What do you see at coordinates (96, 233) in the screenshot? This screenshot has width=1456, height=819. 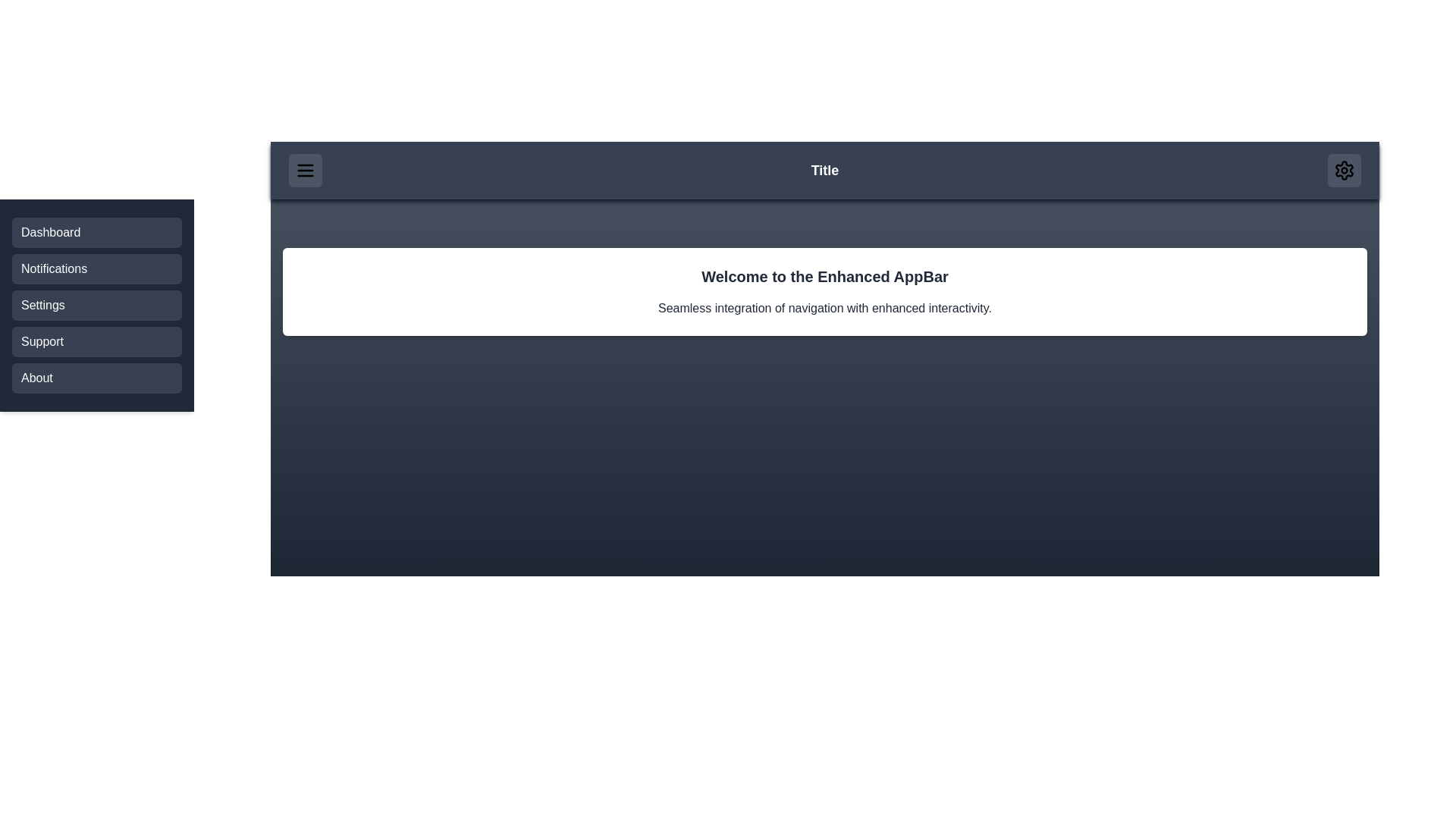 I see `the Dashboard menu item` at bounding box center [96, 233].